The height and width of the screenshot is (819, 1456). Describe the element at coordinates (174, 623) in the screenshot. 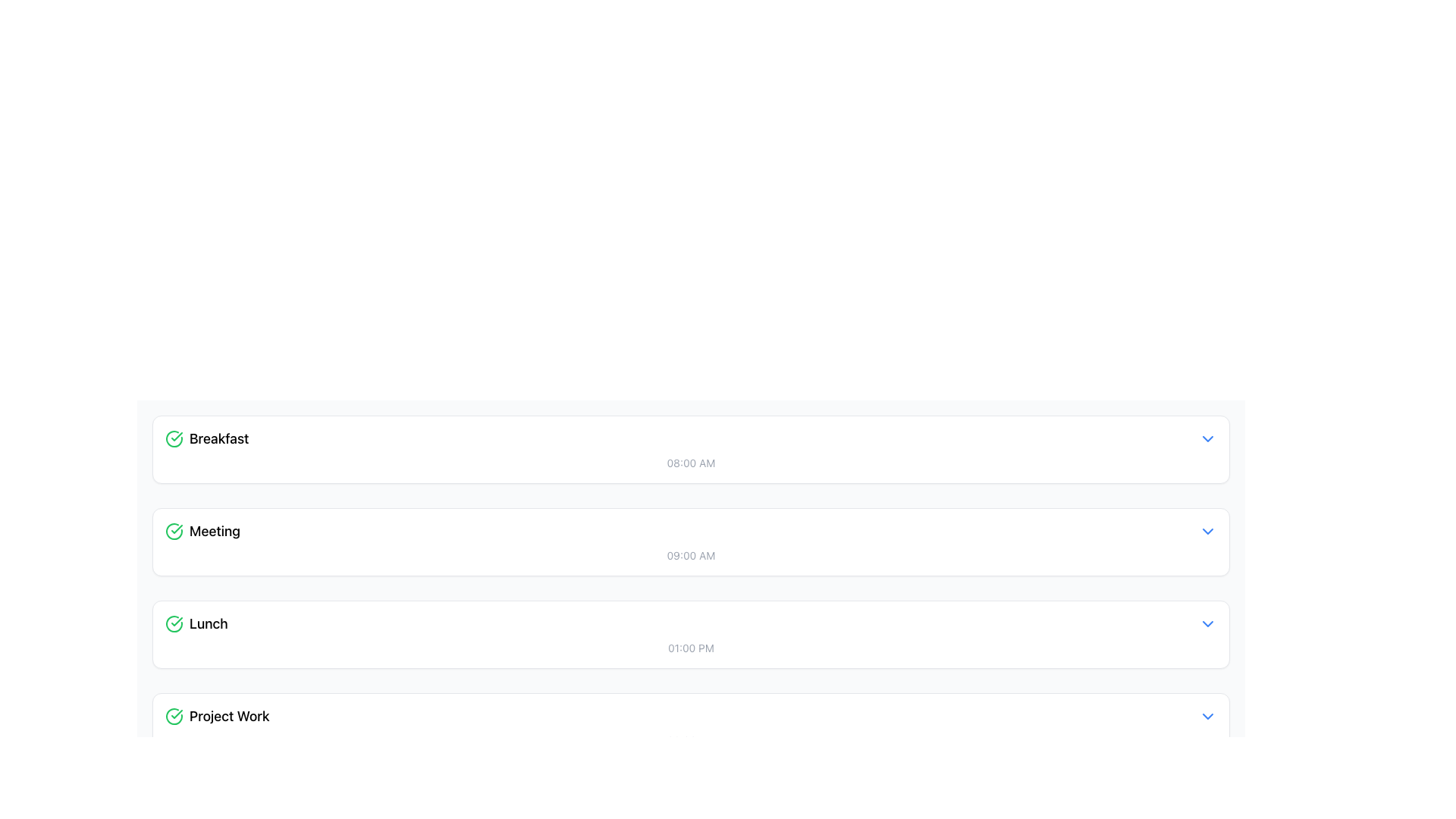

I see `the green circular outline segment of the checkmark icon located adjacent to the 'Lunch' label in a vertical list` at that location.